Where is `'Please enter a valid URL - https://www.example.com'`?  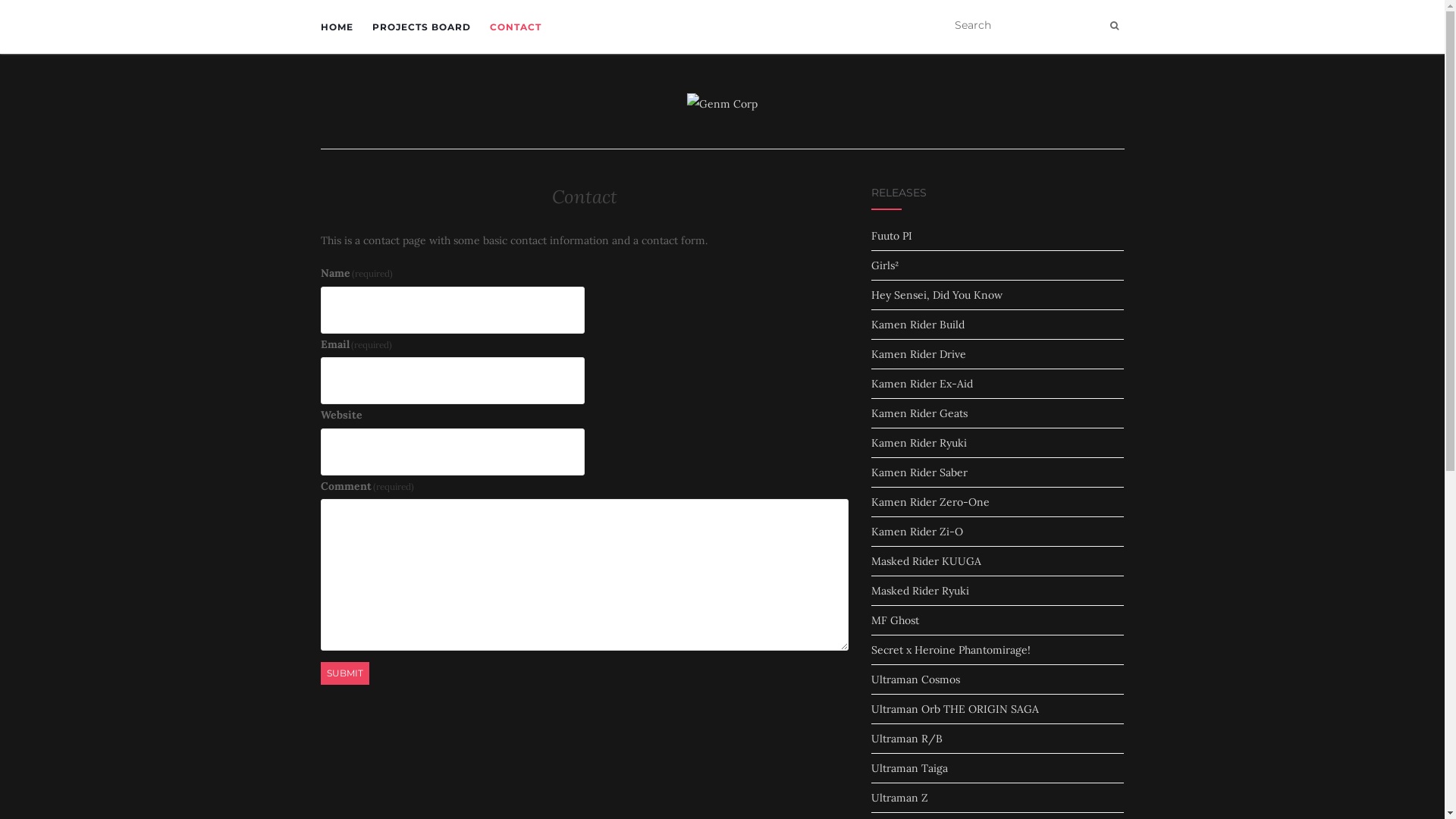 'Please enter a valid URL - https://www.example.com' is located at coordinates (450, 451).